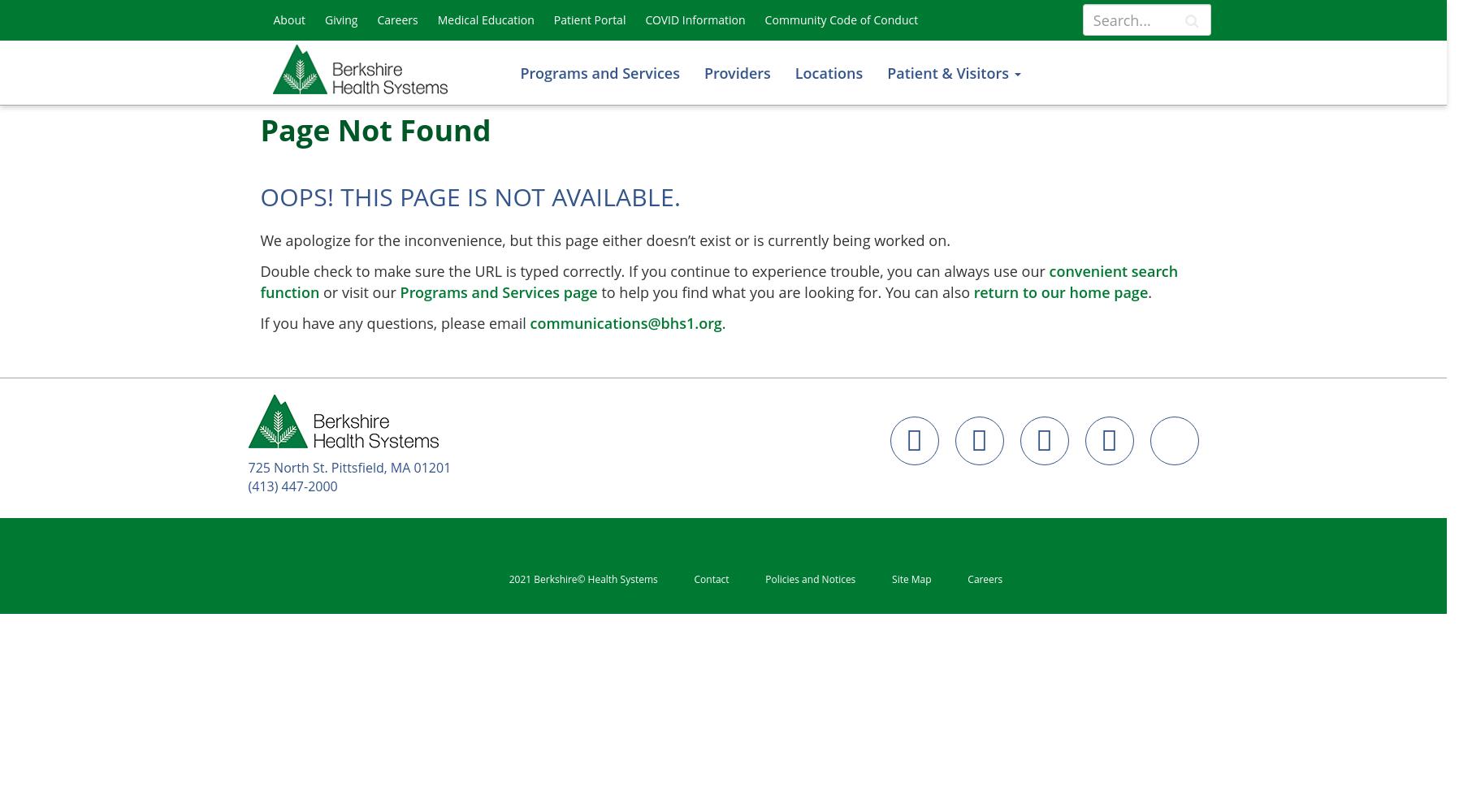 This screenshot has height=812, width=1459. Describe the element at coordinates (599, 72) in the screenshot. I see `'Programs and Services'` at that location.